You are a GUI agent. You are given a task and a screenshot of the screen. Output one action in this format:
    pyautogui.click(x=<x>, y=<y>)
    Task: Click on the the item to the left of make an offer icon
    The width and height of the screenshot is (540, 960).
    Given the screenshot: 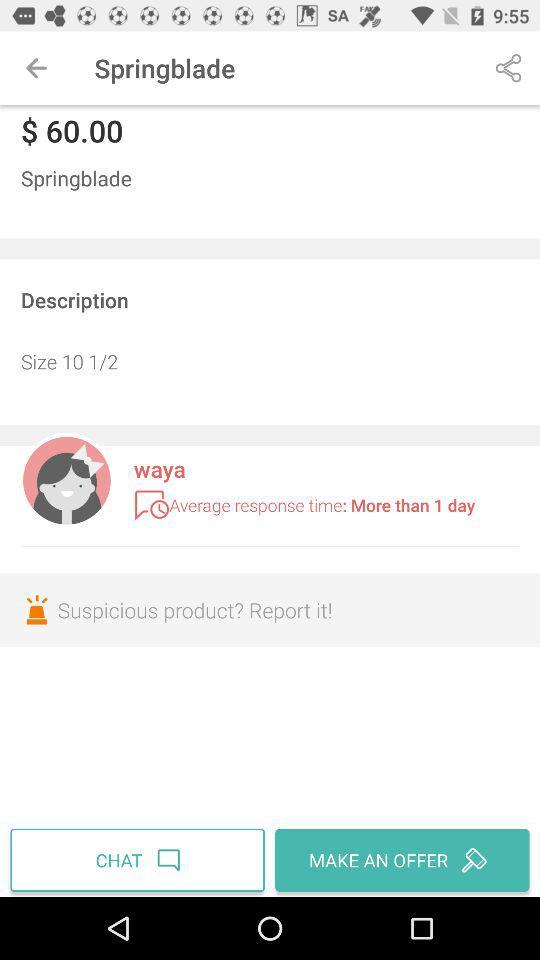 What is the action you would take?
    pyautogui.click(x=139, y=859)
    